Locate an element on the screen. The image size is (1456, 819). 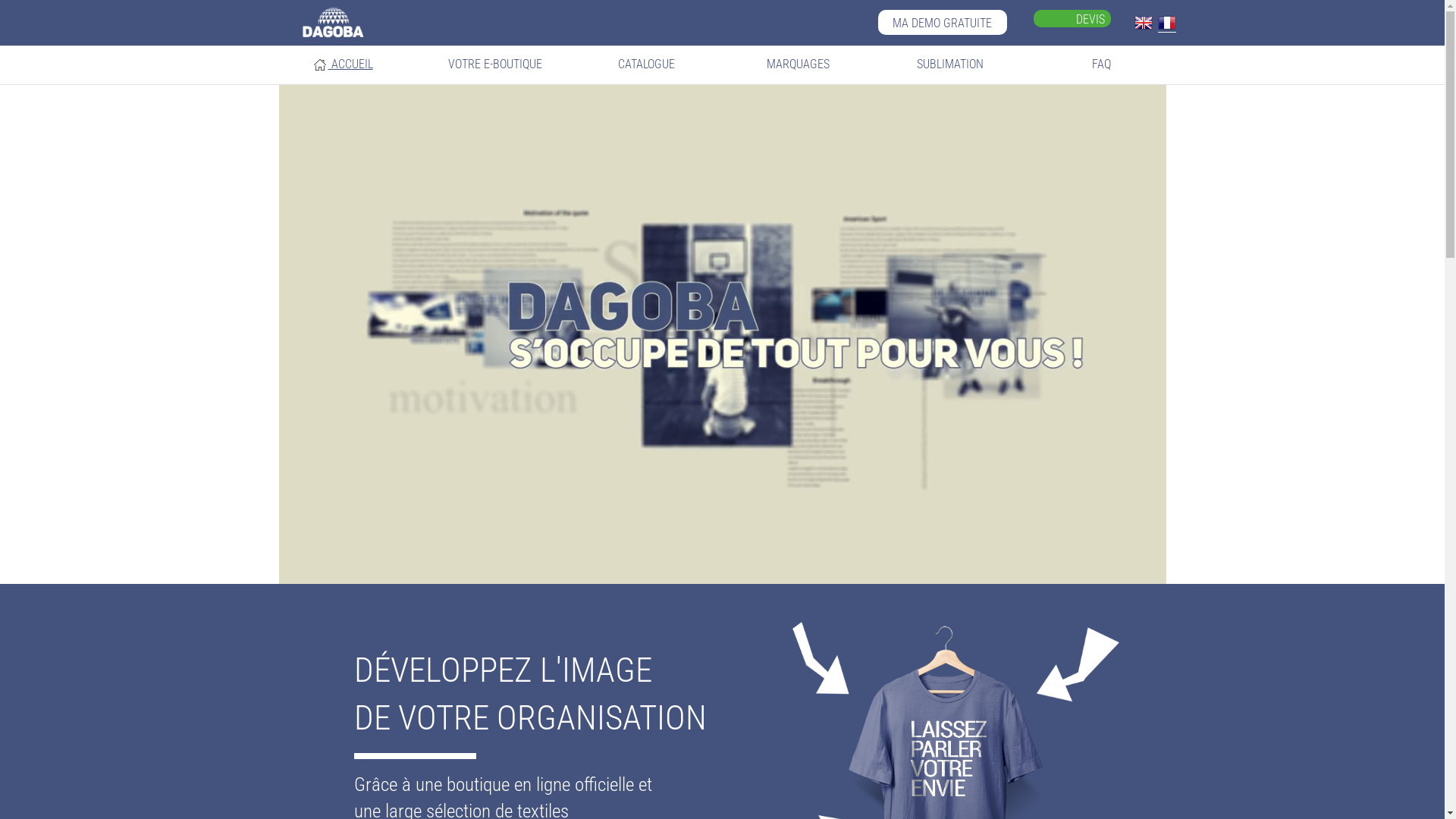
'CATALOGUE' is located at coordinates (645, 63).